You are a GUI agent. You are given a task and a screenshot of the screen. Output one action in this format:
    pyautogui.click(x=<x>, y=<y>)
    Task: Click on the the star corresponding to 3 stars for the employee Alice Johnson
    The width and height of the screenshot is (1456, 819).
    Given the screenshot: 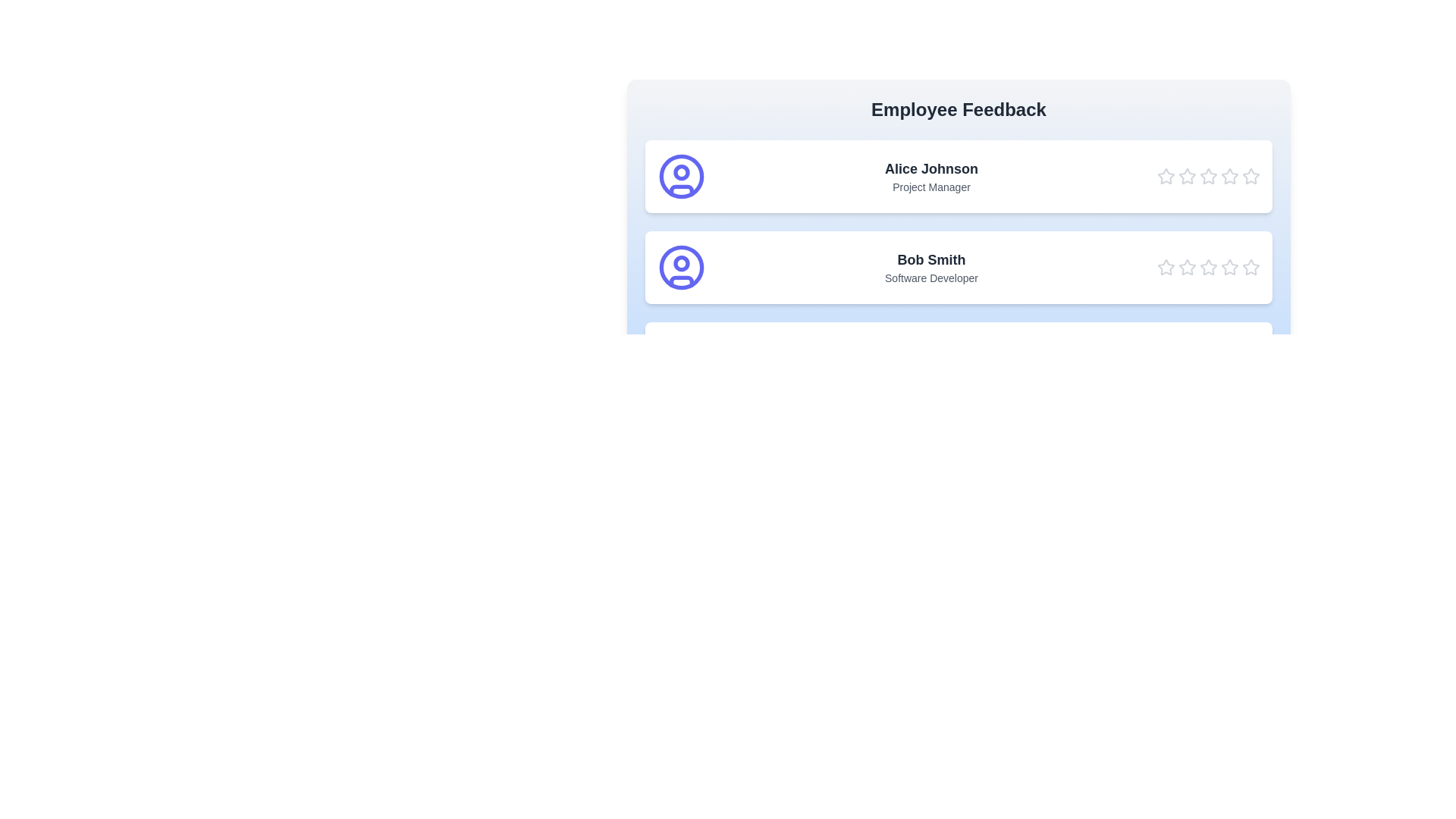 What is the action you would take?
    pyautogui.click(x=1207, y=175)
    